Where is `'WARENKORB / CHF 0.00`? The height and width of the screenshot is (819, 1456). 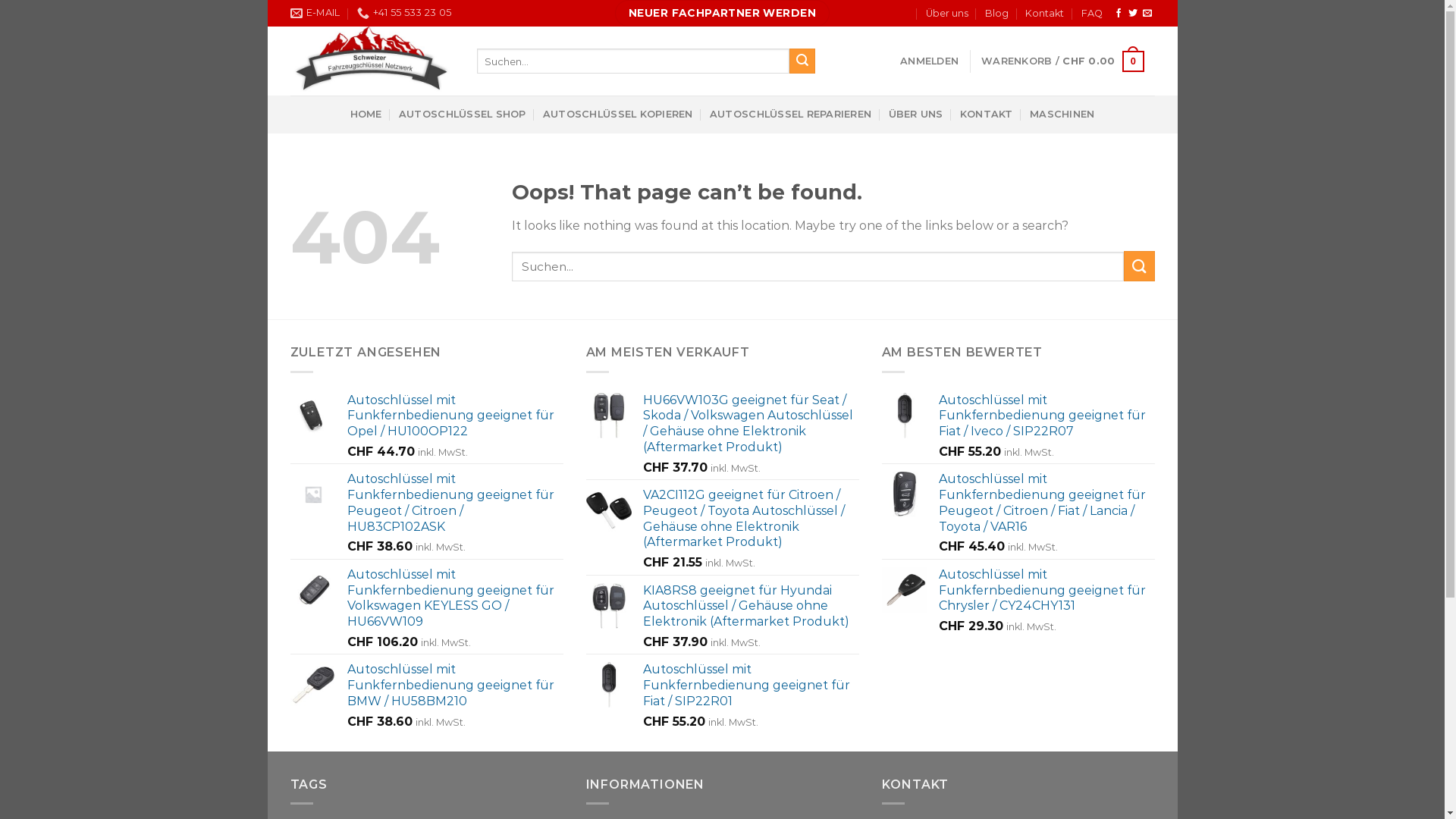
'WARENKORB / CHF 0.00 is located at coordinates (1062, 61).